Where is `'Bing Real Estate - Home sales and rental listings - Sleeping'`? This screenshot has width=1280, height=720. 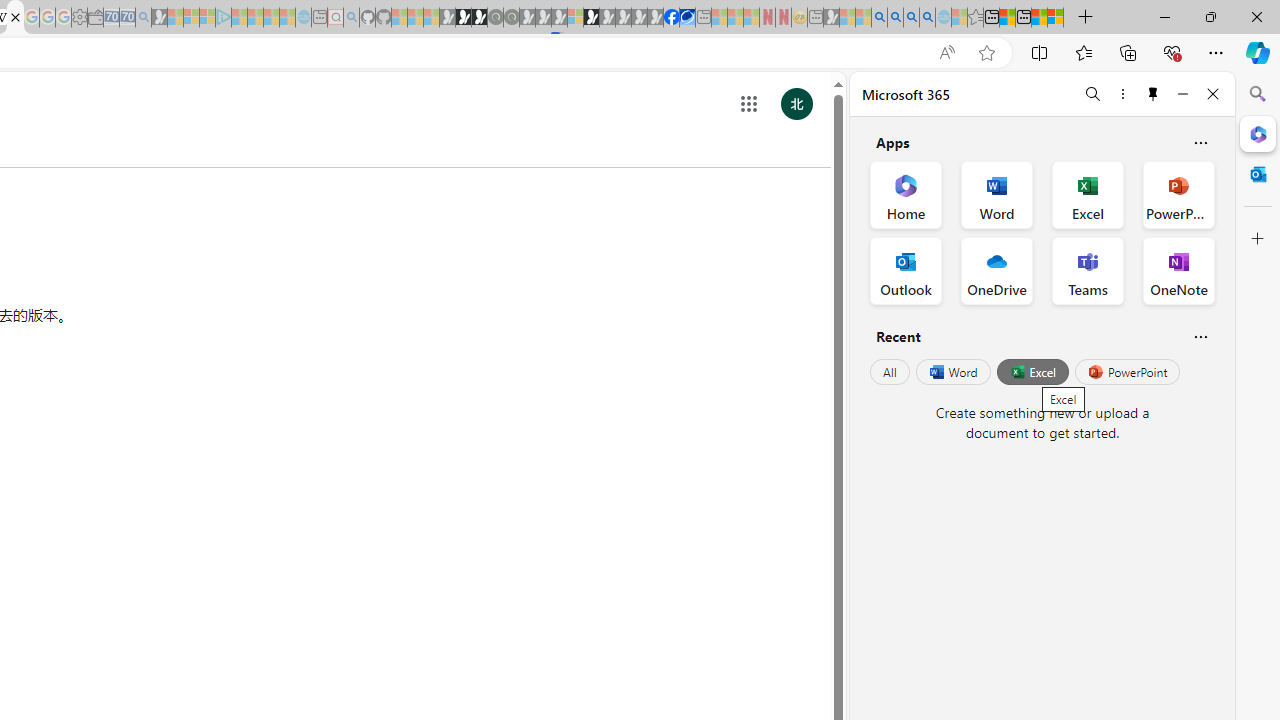
'Bing Real Estate - Home sales and rental listings - Sleeping' is located at coordinates (142, 17).